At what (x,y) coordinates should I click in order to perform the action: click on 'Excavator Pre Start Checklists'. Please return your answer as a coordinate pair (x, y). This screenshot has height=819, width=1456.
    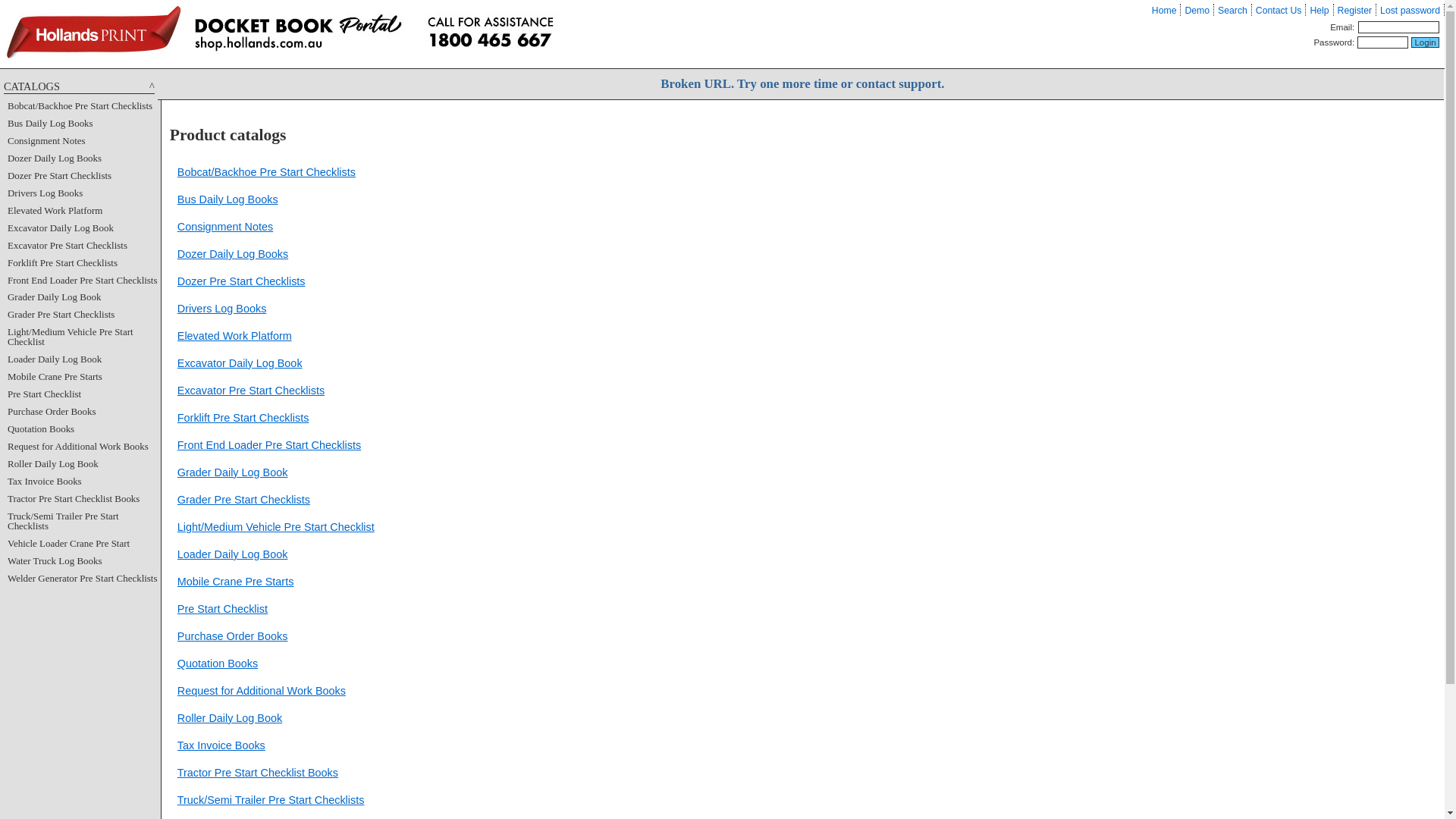
    Looking at the image, I should click on (177, 390).